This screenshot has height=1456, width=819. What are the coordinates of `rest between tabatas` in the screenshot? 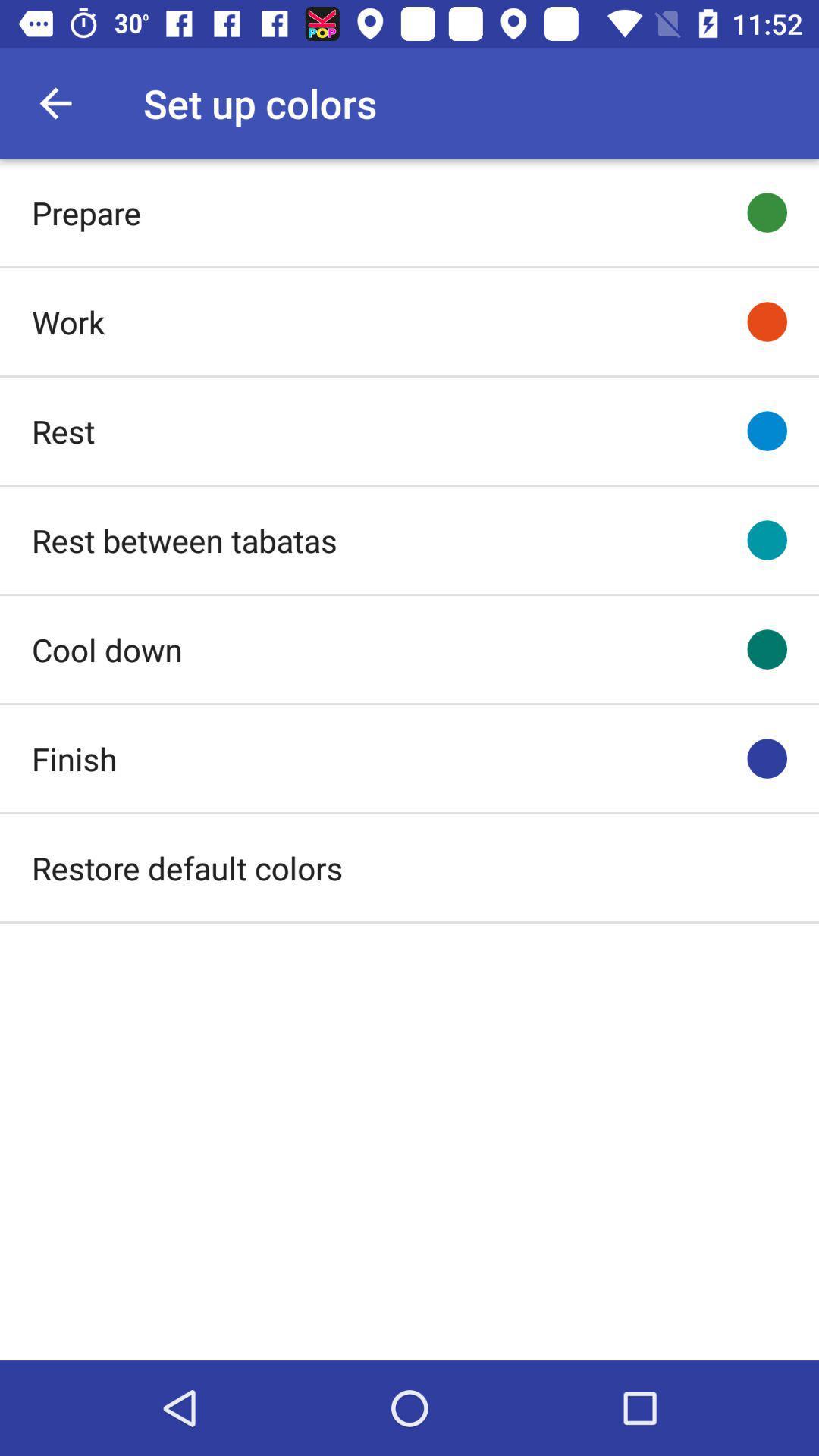 It's located at (184, 540).